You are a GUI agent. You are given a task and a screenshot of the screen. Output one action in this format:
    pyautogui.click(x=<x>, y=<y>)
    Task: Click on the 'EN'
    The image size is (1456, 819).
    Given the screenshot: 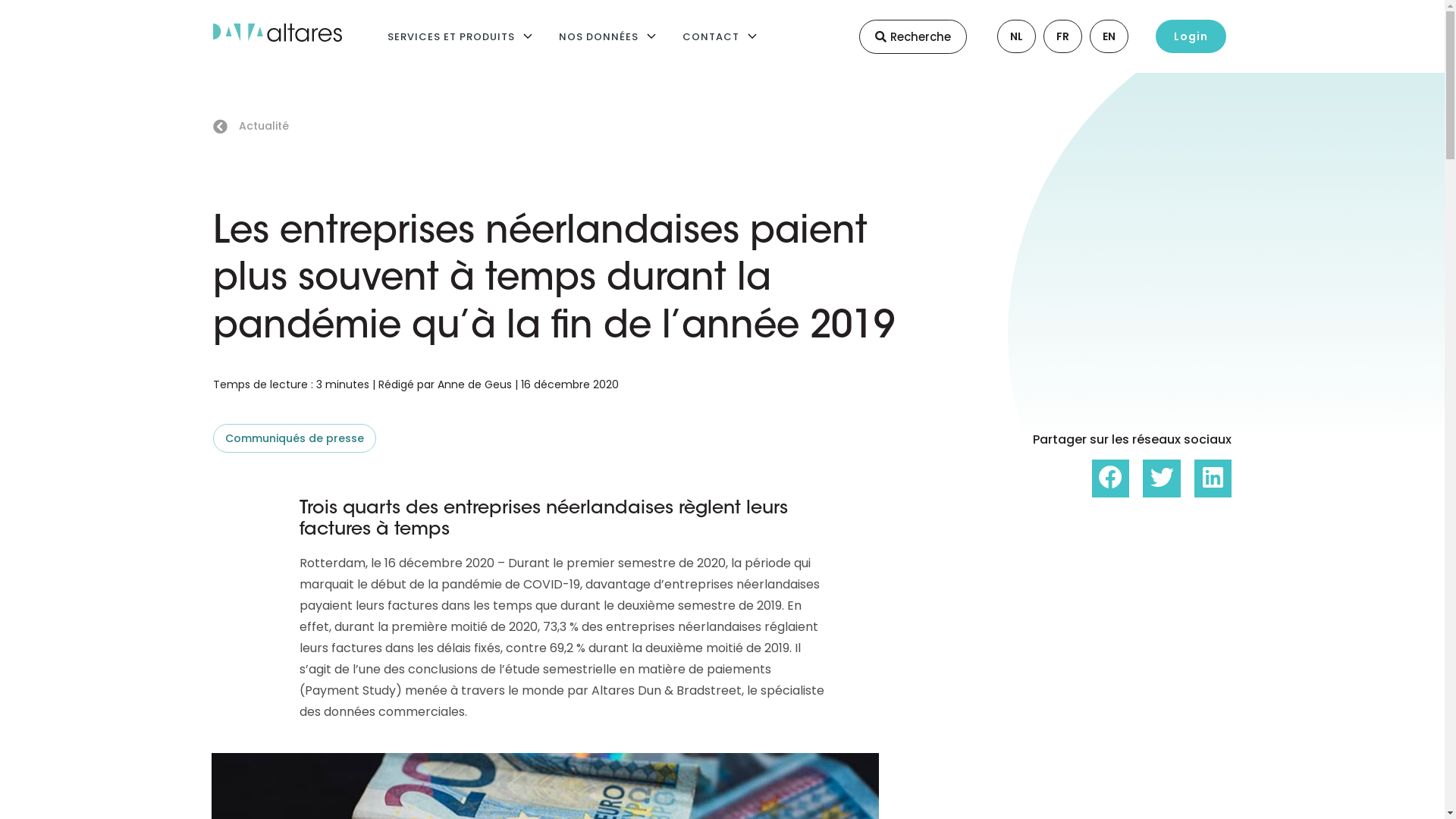 What is the action you would take?
    pyautogui.click(x=1097, y=35)
    